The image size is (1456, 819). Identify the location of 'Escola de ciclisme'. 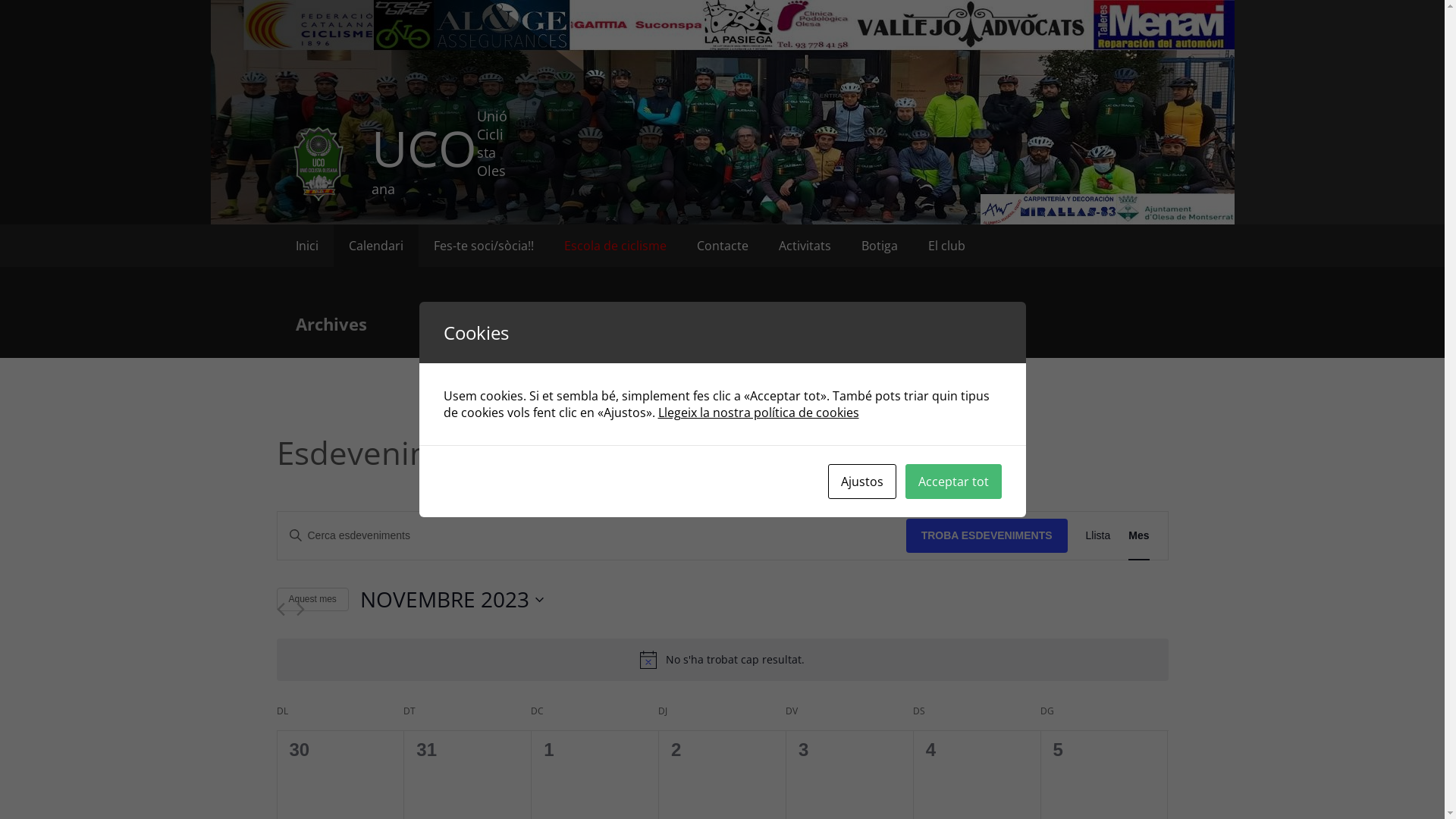
(615, 245).